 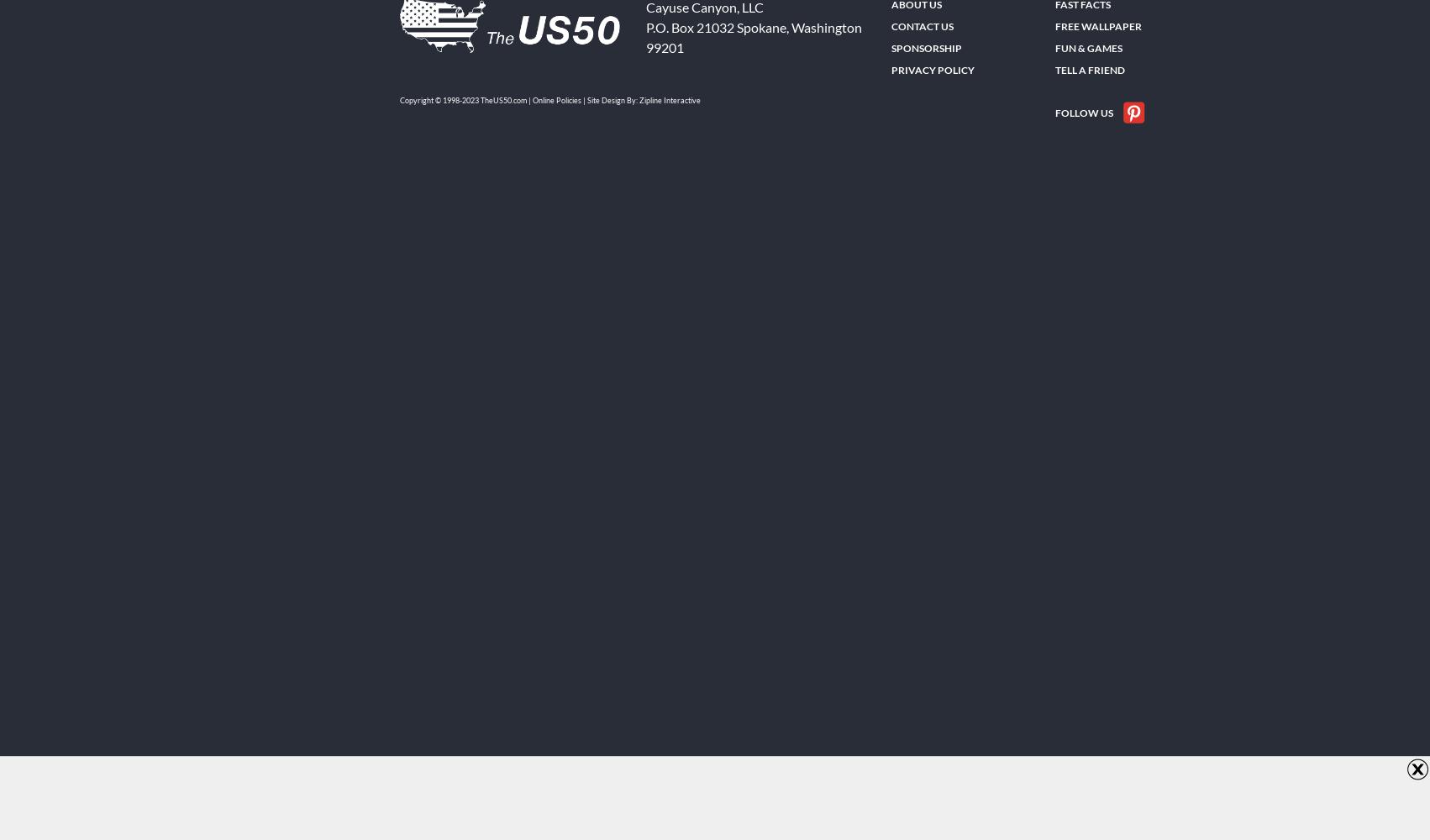 What do you see at coordinates (1055, 26) in the screenshot?
I see `'FREE Wallpaper'` at bounding box center [1055, 26].